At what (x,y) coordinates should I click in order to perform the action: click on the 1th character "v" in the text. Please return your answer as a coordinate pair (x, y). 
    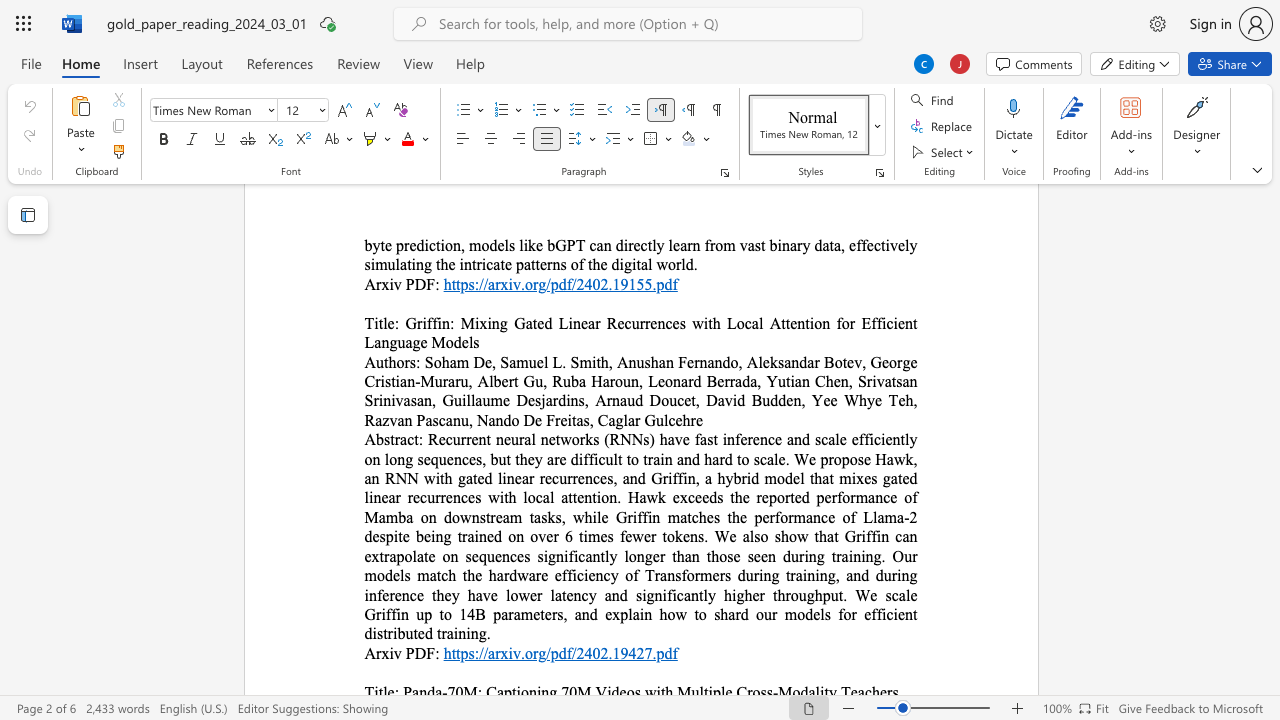
    Looking at the image, I should click on (397, 653).